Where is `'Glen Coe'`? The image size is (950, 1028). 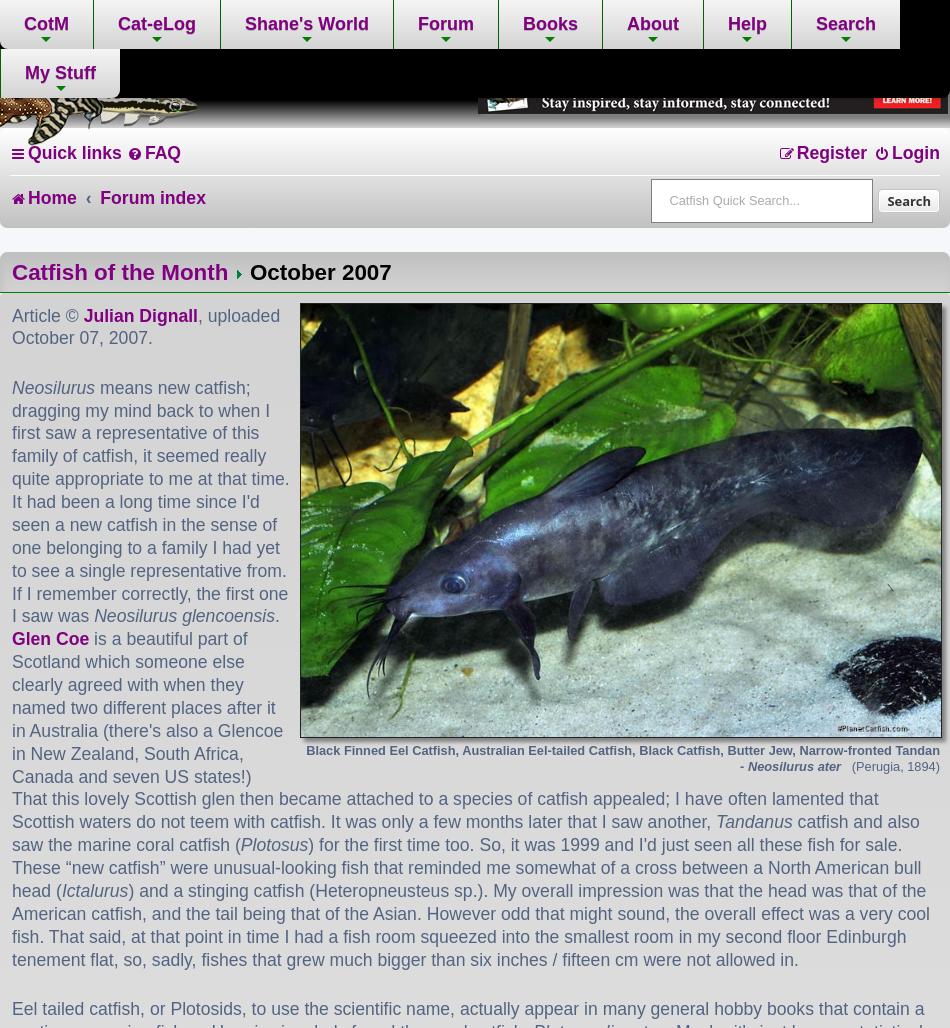 'Glen Coe' is located at coordinates (50, 638).